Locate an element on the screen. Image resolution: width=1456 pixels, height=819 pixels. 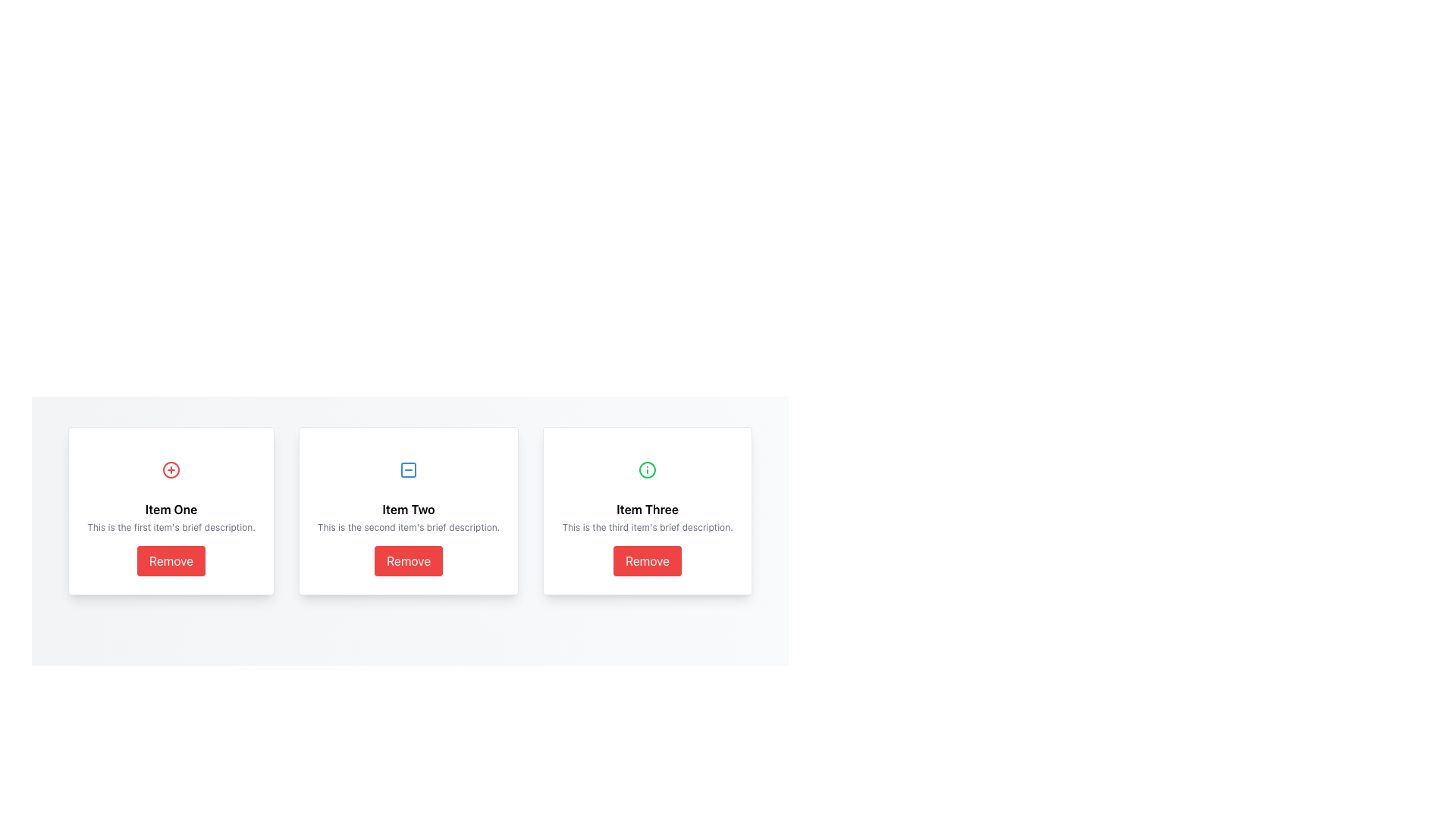
the Decorative icon shape located in the middle of the second card from the left in a horizontal row of three cards is located at coordinates (409, 469).